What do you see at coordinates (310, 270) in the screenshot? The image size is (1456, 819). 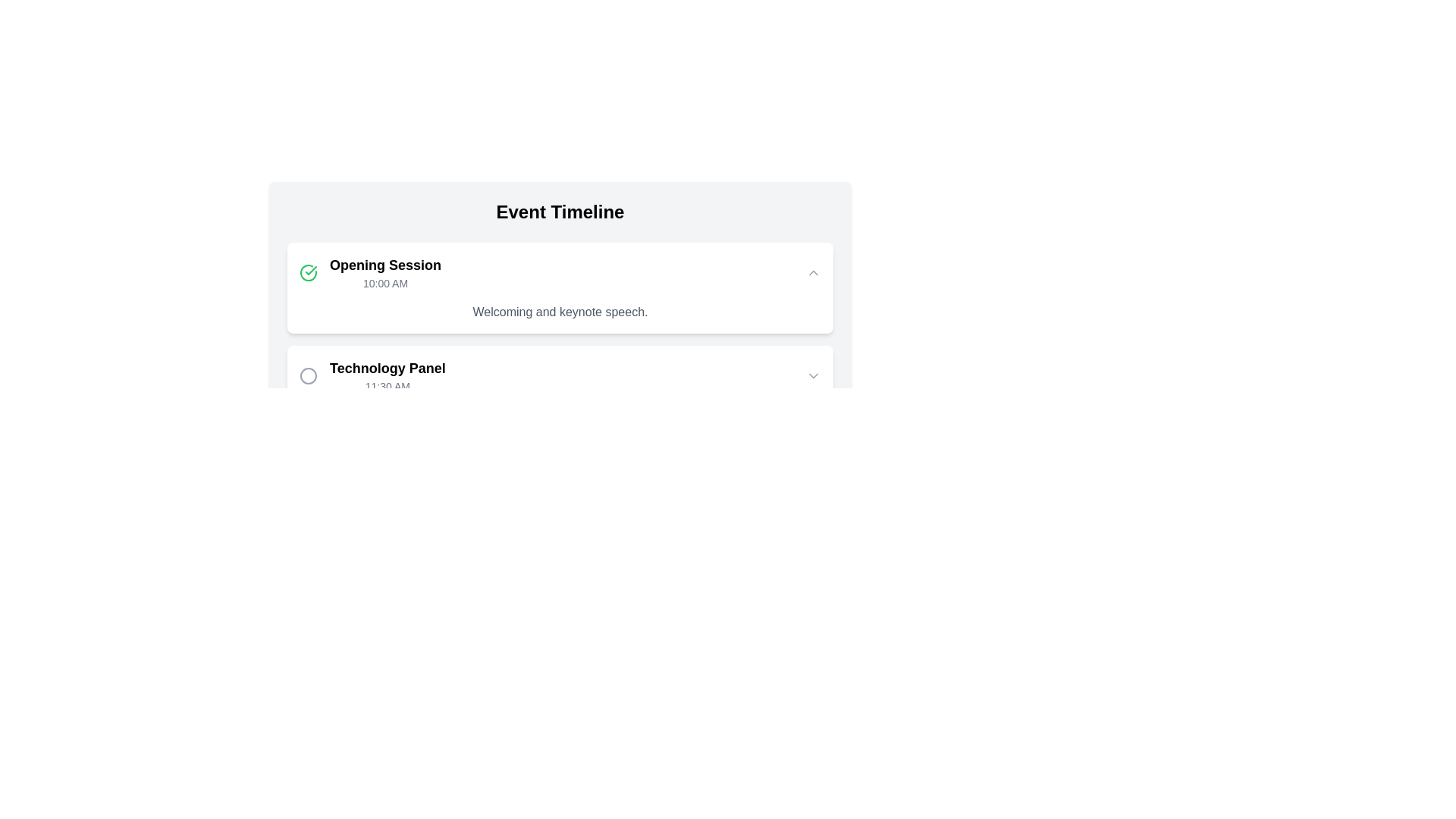 I see `the check mark icon located within the 'Opening Session' card in the event timeline interface to indicate the associated event as completed or selected` at bounding box center [310, 270].